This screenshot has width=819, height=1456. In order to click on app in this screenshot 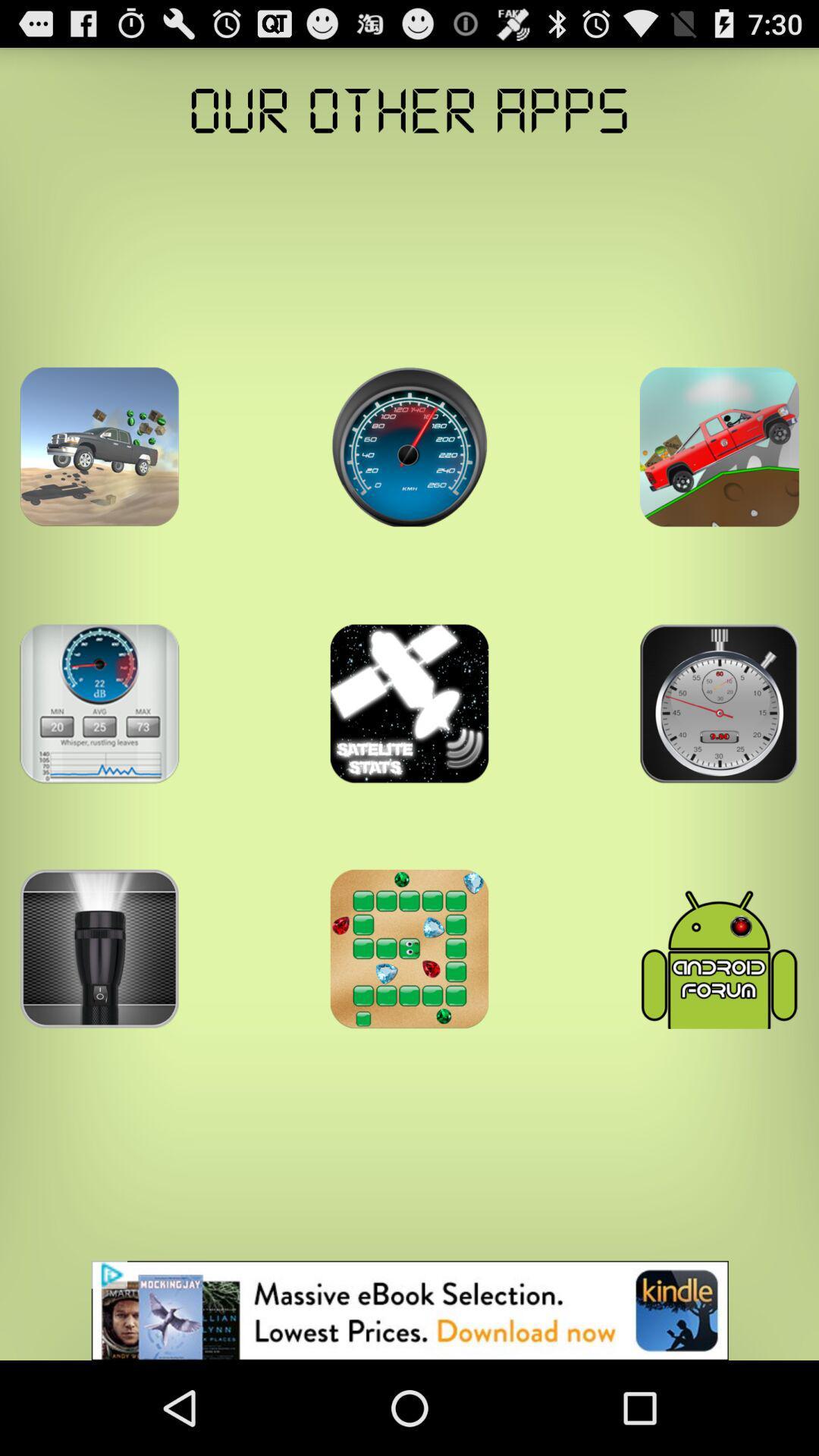, I will do `click(99, 446)`.